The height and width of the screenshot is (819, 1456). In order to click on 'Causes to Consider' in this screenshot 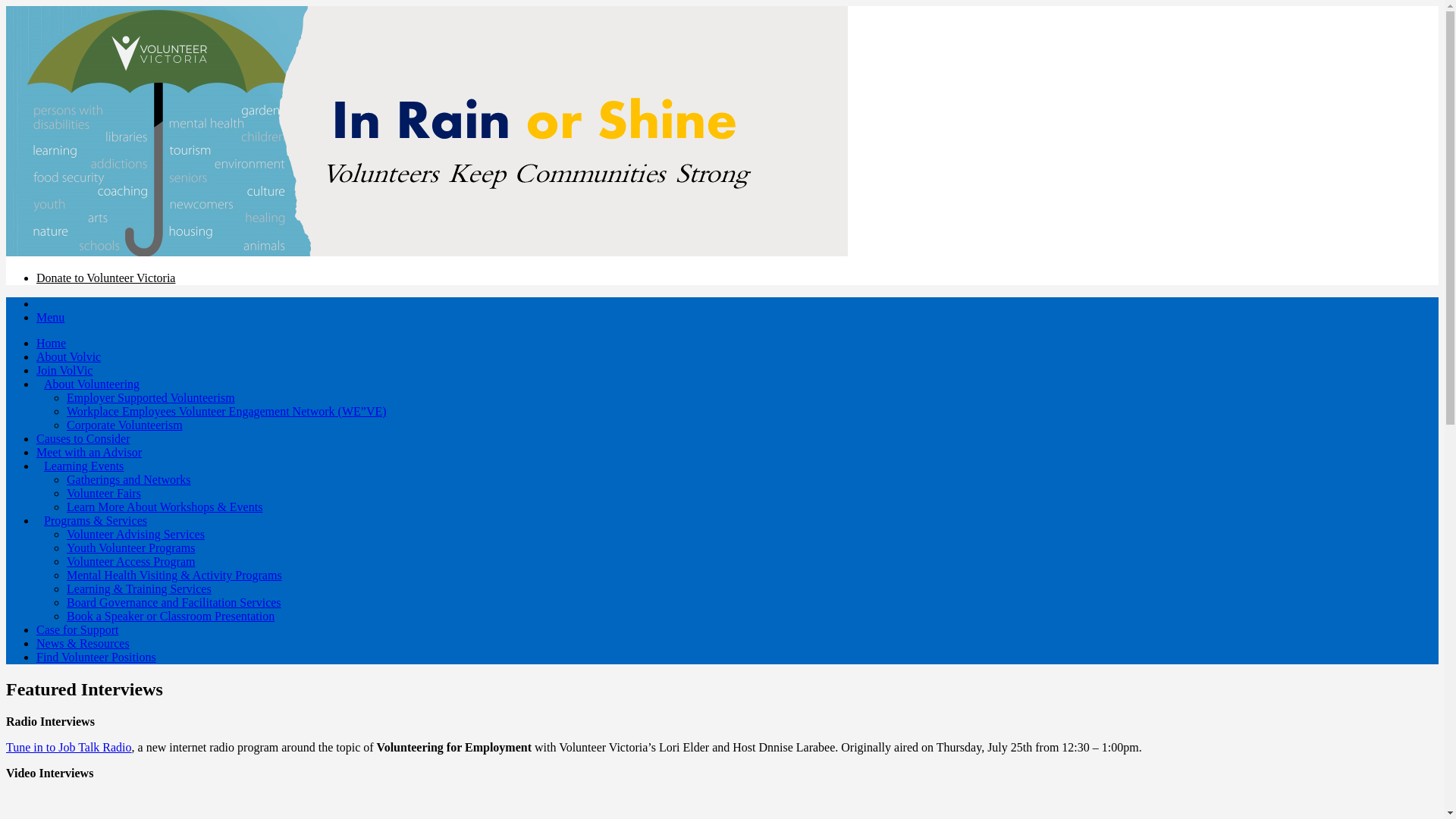, I will do `click(83, 438)`.